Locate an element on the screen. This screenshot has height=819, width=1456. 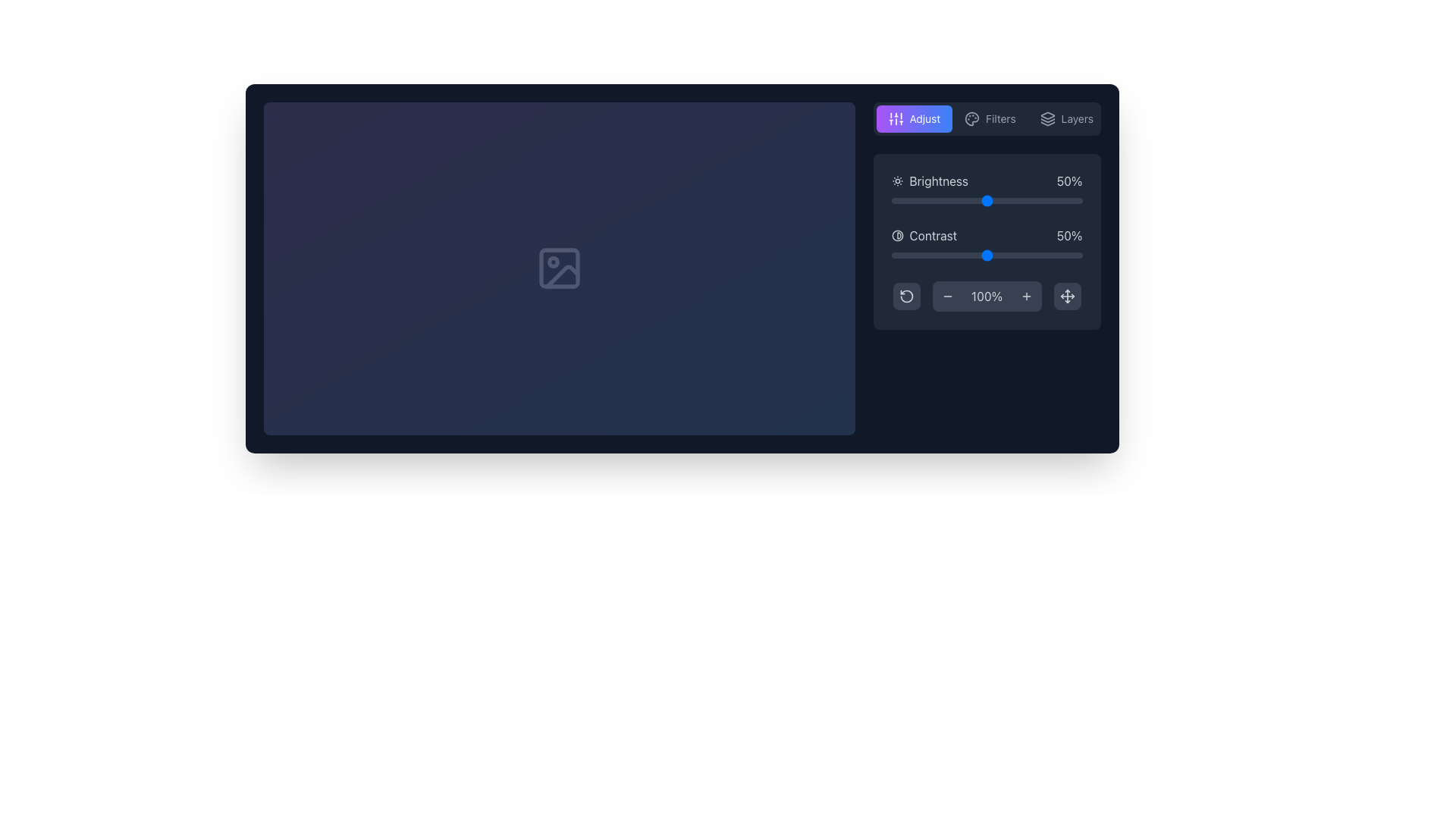
the button located at the bottom-right corner of the control panel is located at coordinates (1066, 296).